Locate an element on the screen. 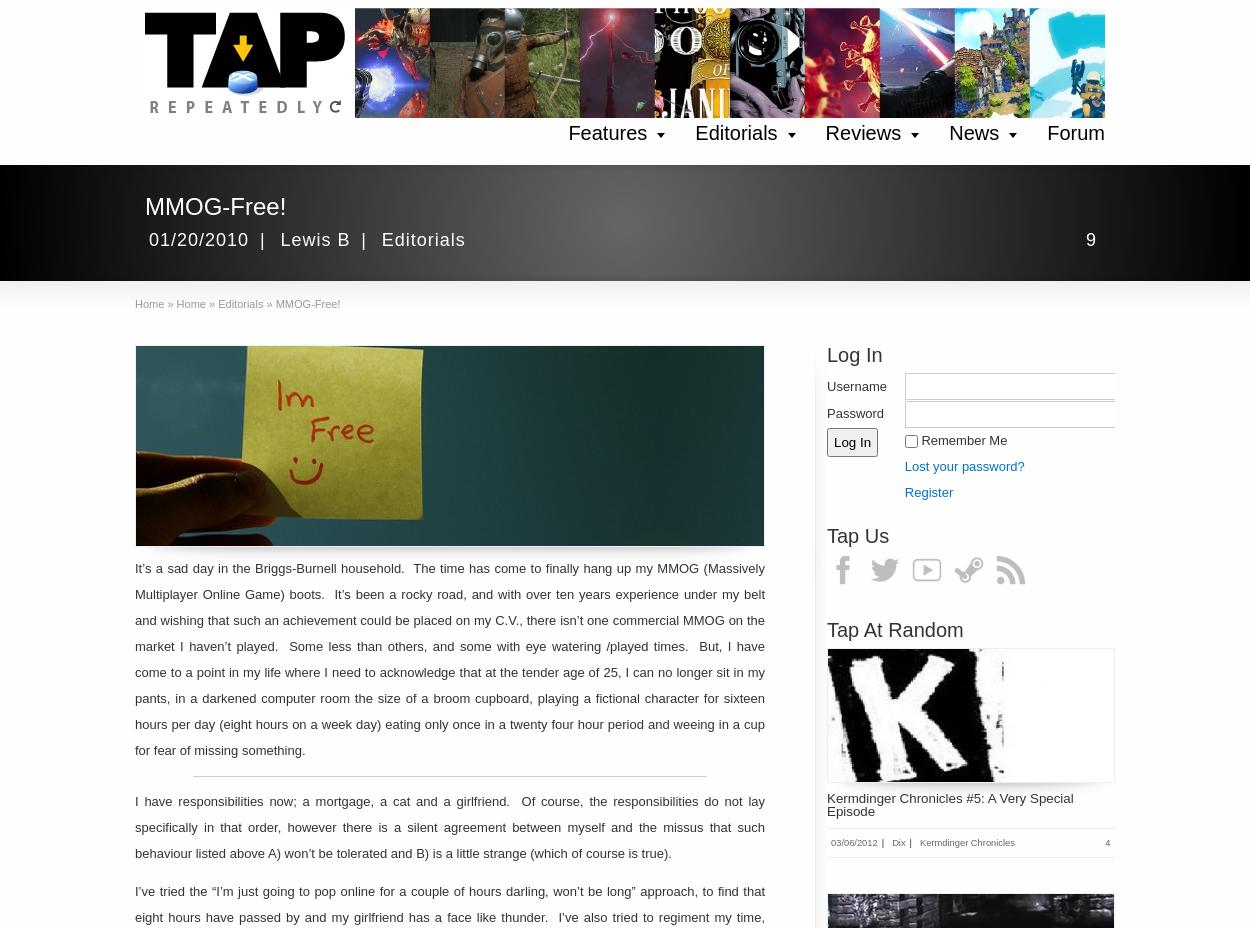 This screenshot has height=928, width=1250. 'It’s a sad day in the Briggs-Burnell household.  The time has come to finally hang up my MMOG (Massively Multiplayer Online Game) boots.  It’s been a rocky road, and with over ten years experience under my belt and wishing that such an achievement could be placed on my C.V., there isn’t one commercial MMOG on the market I haven’t played.  Some less than others, and some with eye watering /played times.  But, I have come to a point in my life where I need to acknowledge that at the tender age of 25, I can no longer sit in my pants, in a darkened computer room the size of a broom cupboard, playing a fictional character for sixteen hours per day (eight hours on a week day) eating only once in a twenty four hour period and weeing in a cup for fear of missing something.' is located at coordinates (135, 659).